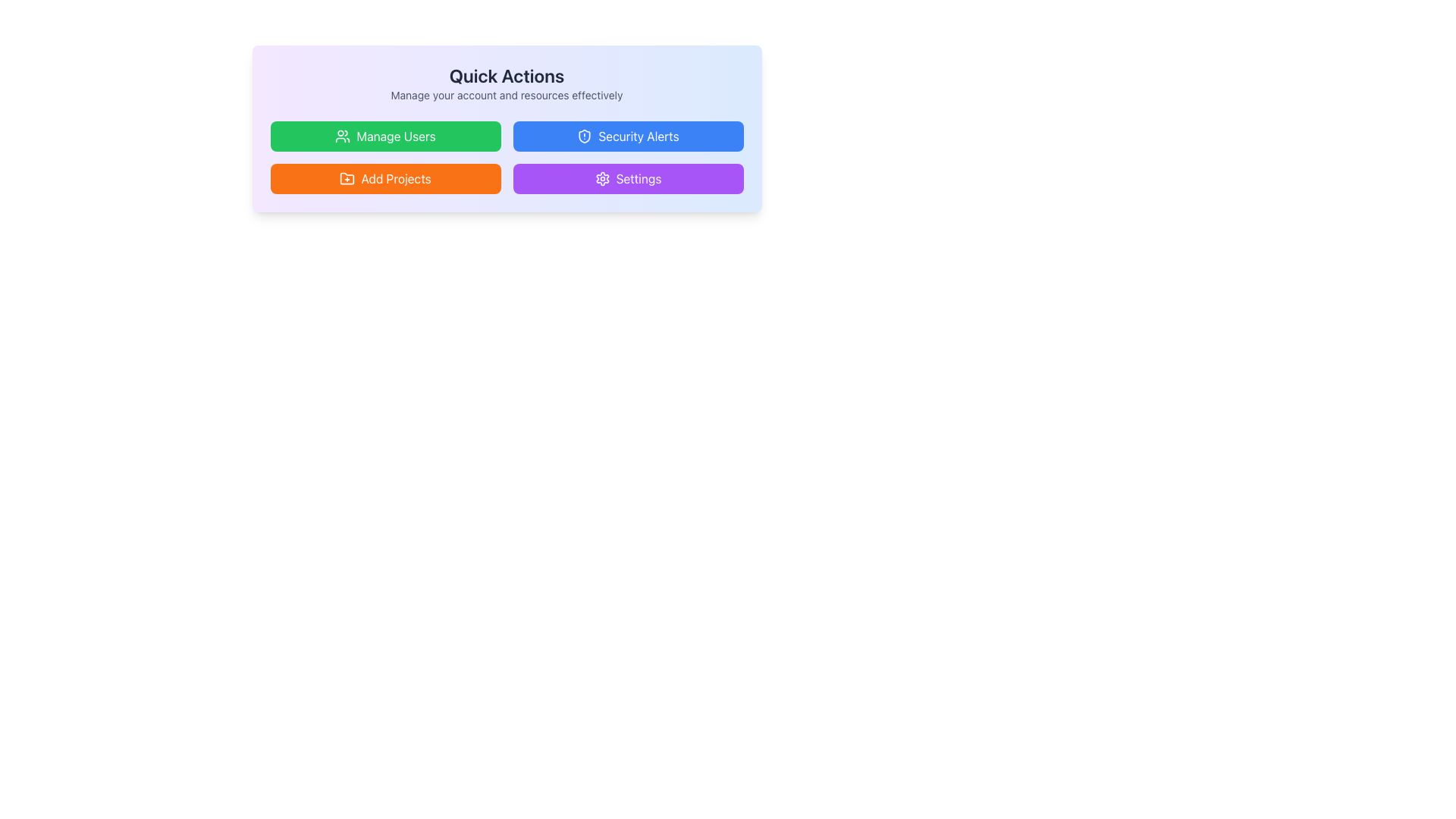 The width and height of the screenshot is (1456, 819). Describe the element at coordinates (584, 136) in the screenshot. I see `the shield icon that signifies security or alerts, located to the left of the 'Security Alerts' button in the 'Quick Actions' grid` at that location.